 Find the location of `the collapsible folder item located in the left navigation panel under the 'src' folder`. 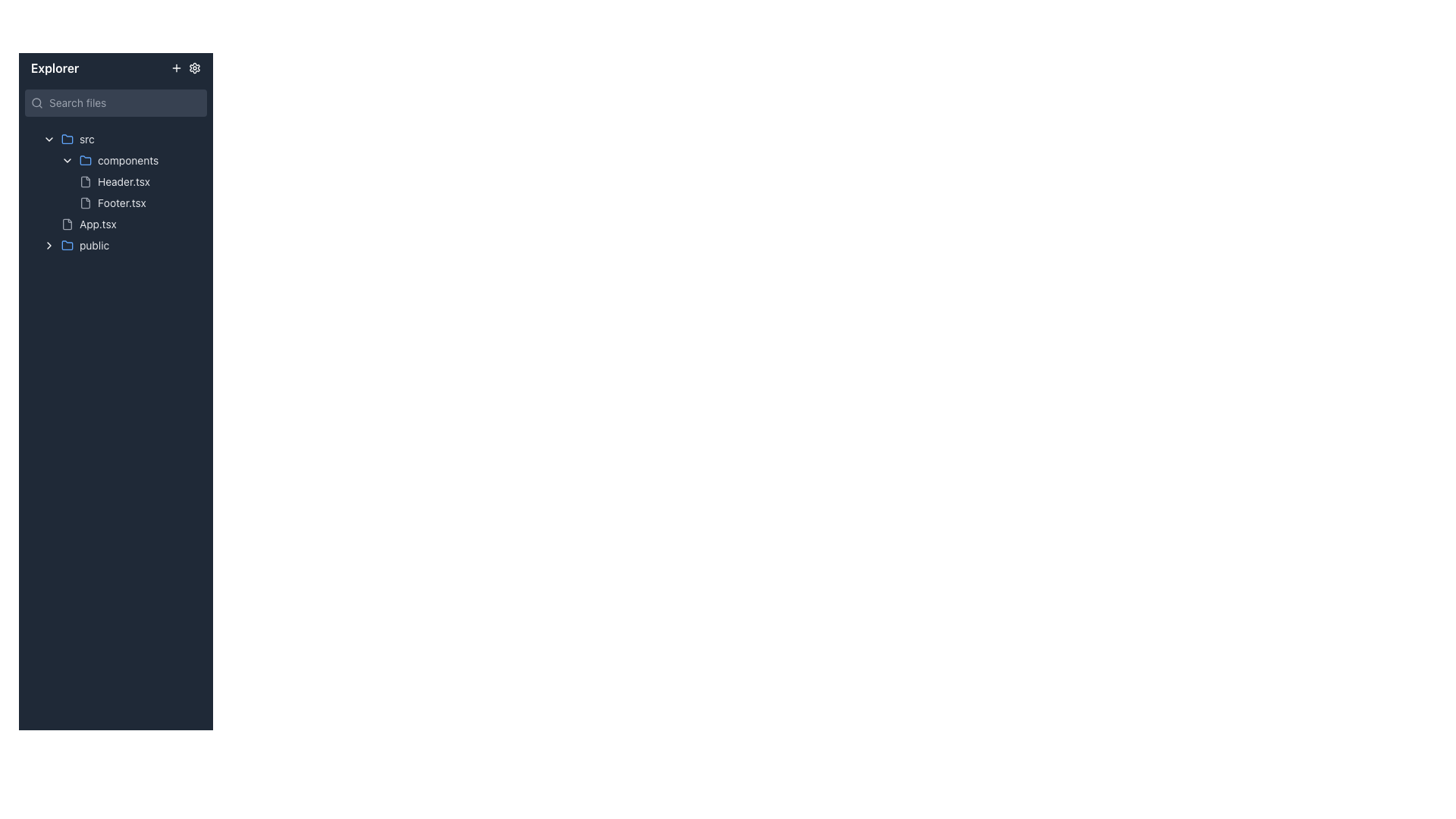

the collapsible folder item located in the left navigation panel under the 'src' folder is located at coordinates (130, 161).